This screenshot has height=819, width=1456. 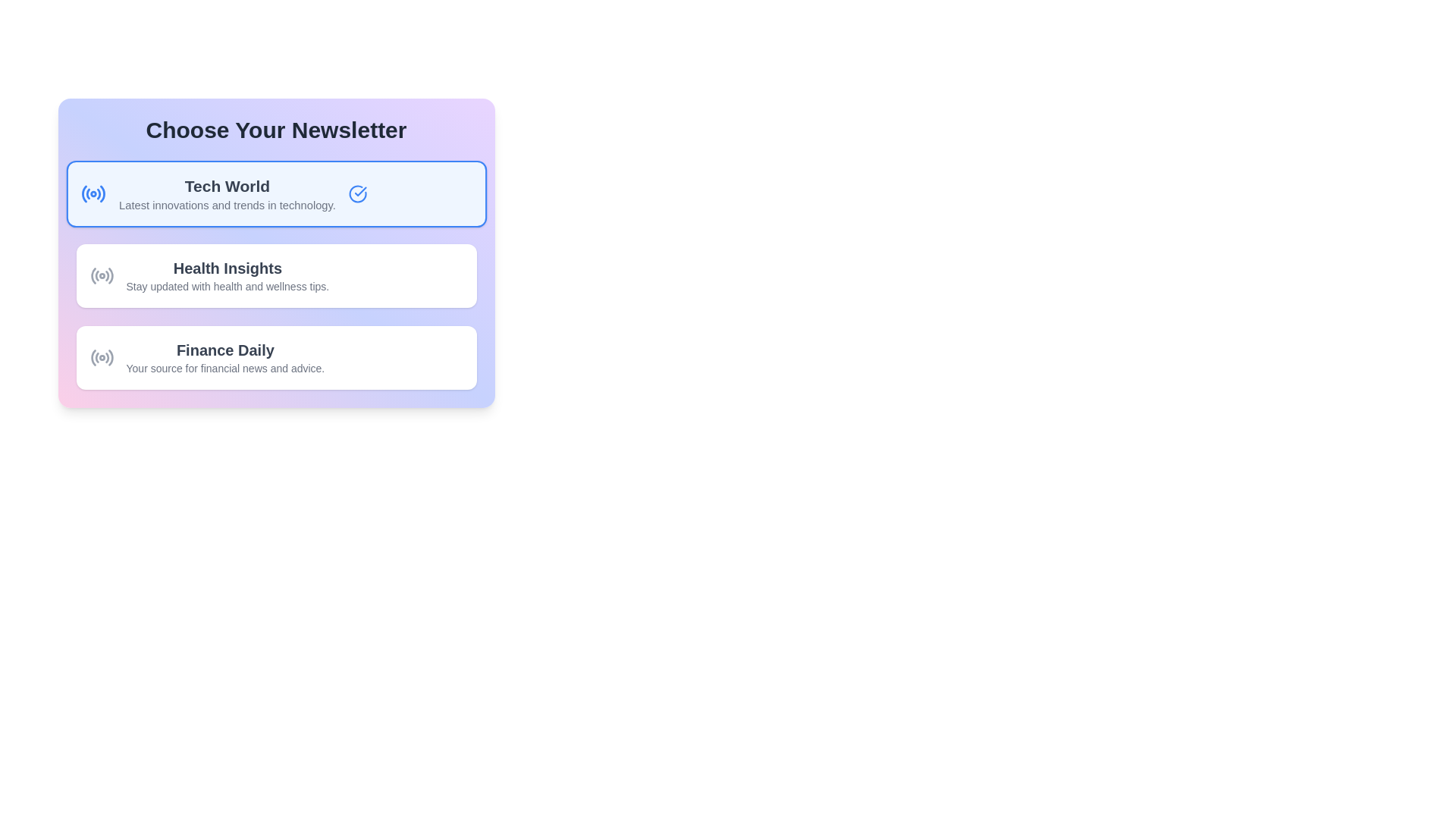 What do you see at coordinates (93, 193) in the screenshot?
I see `the blue circular radio wave pattern icon located at the top-left corner of the 'Tech World' section of the newsletter options` at bounding box center [93, 193].